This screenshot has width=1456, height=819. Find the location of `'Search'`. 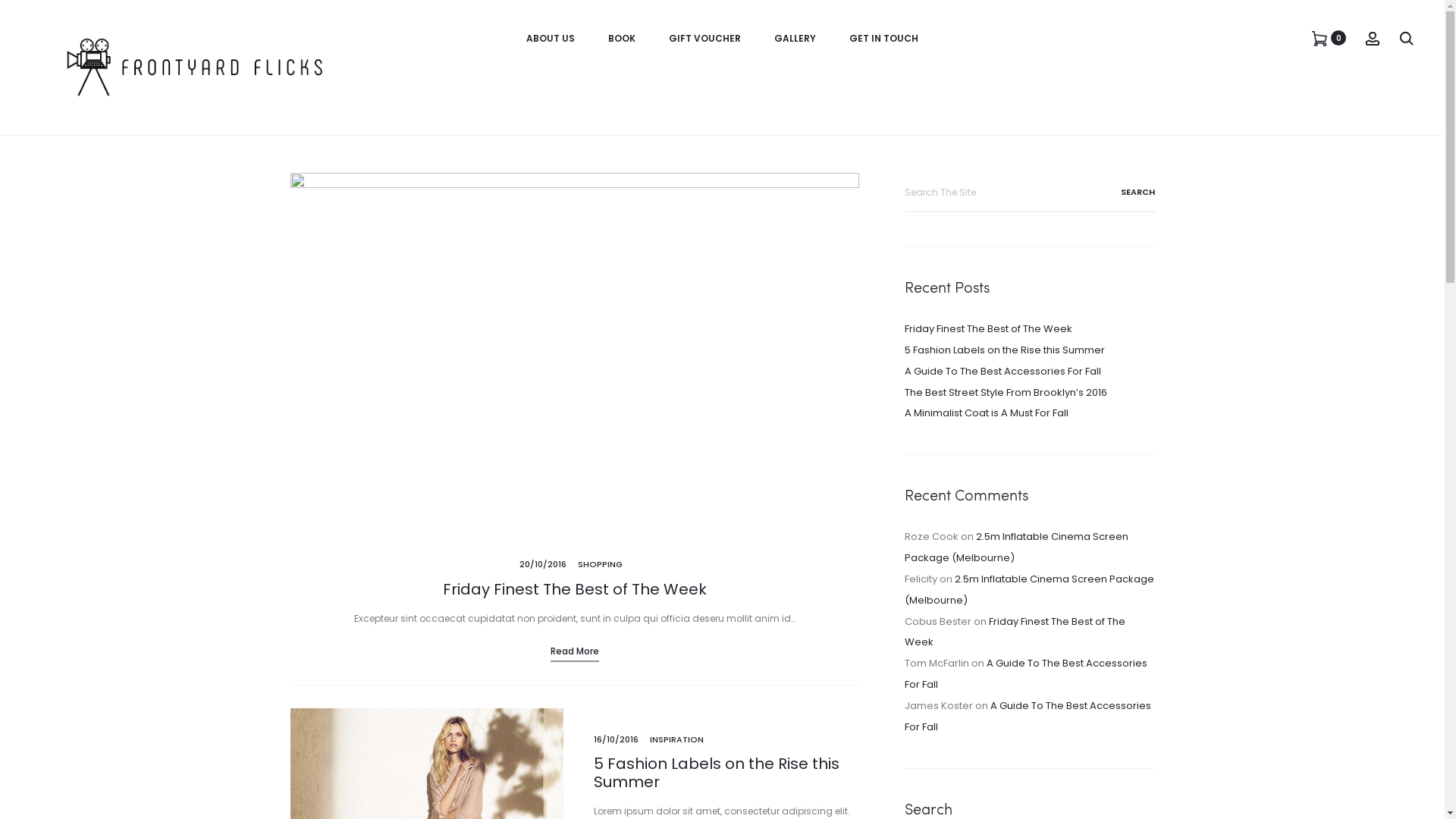

'Search' is located at coordinates (1119, 191).